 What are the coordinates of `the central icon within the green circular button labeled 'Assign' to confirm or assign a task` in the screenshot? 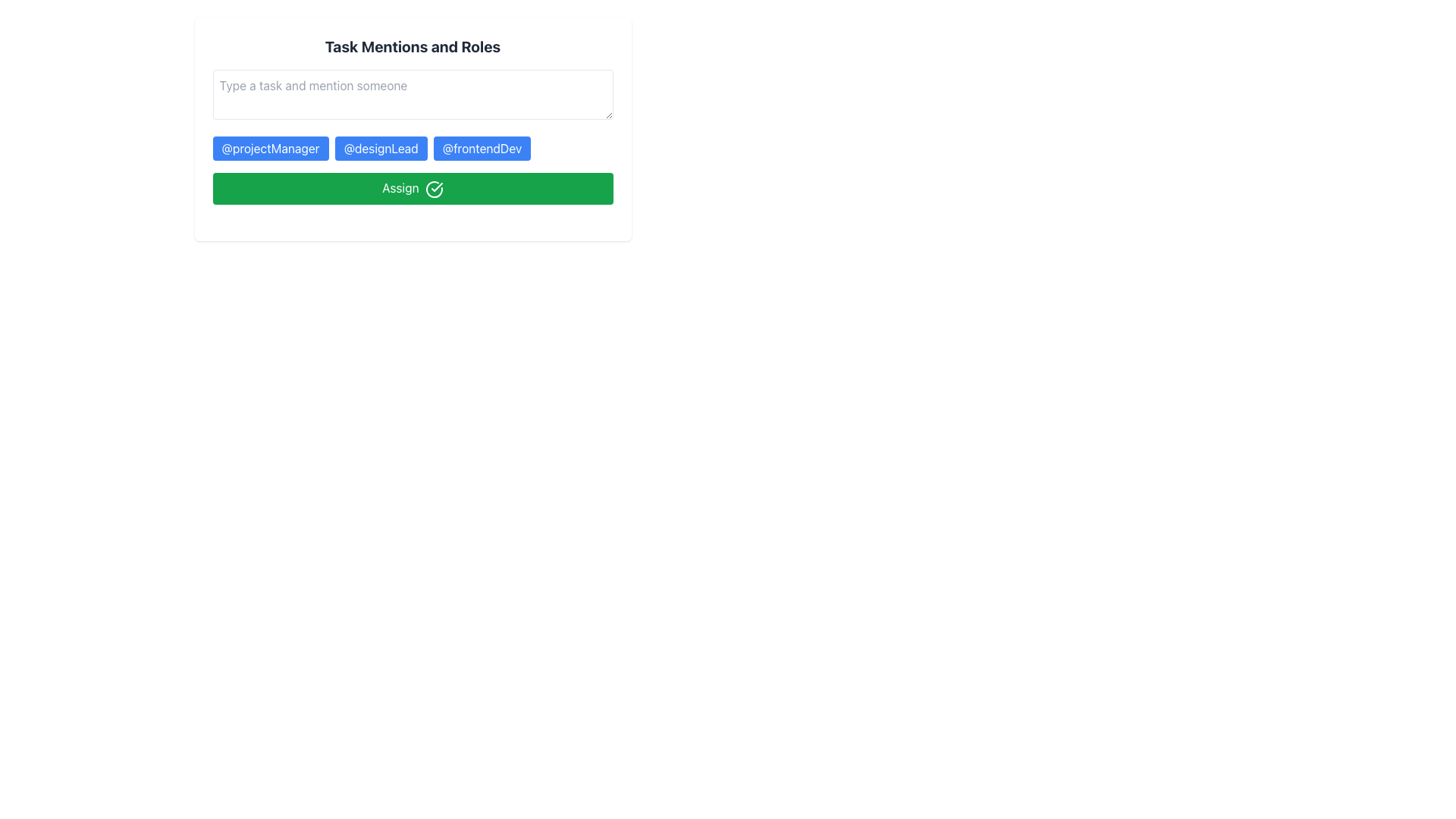 It's located at (436, 186).